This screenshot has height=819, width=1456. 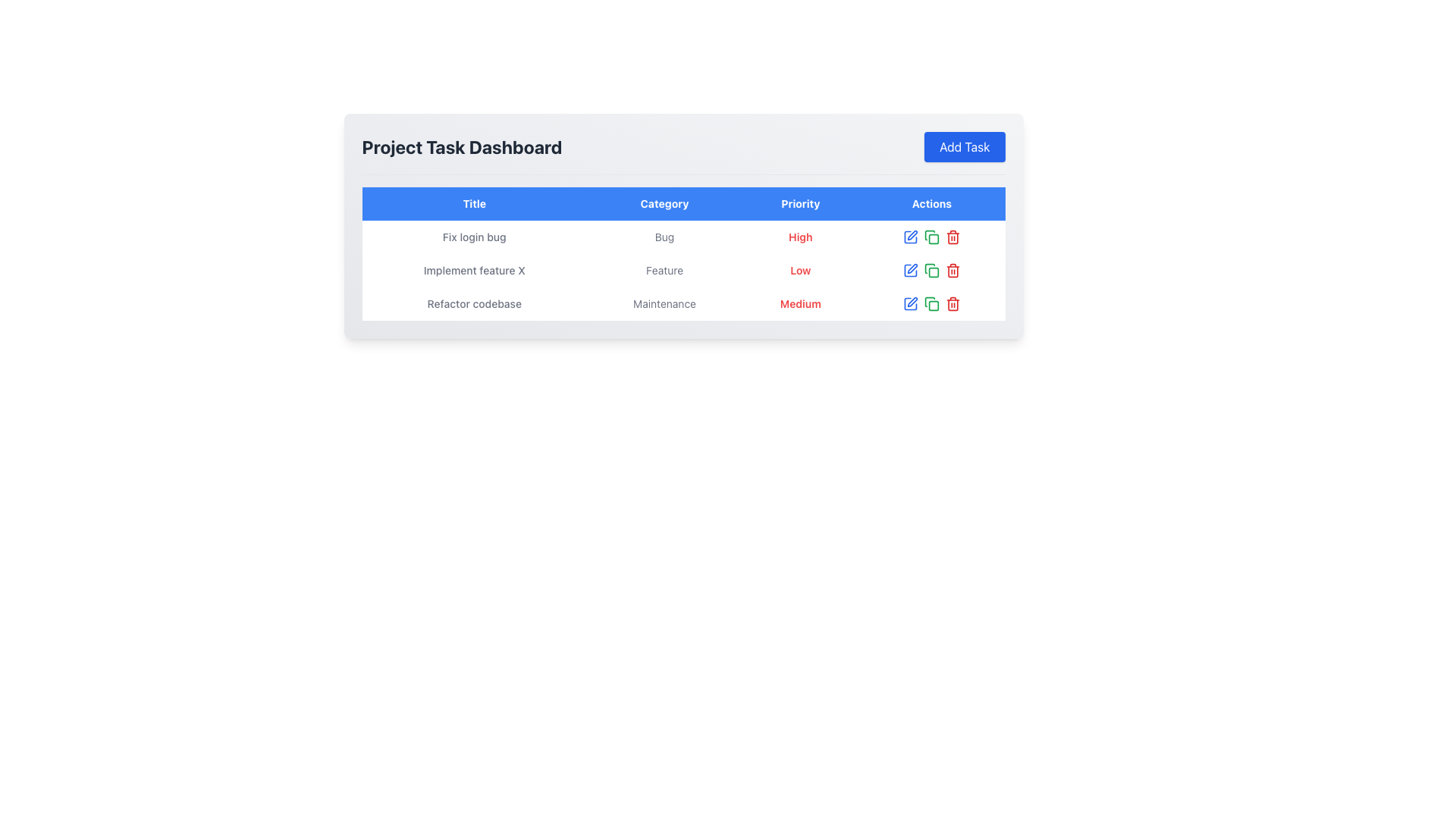 I want to click on the small blue edit button, represented as a pencil icon, located in the actions column of the first row in the table to initiate an edit action, so click(x=910, y=237).